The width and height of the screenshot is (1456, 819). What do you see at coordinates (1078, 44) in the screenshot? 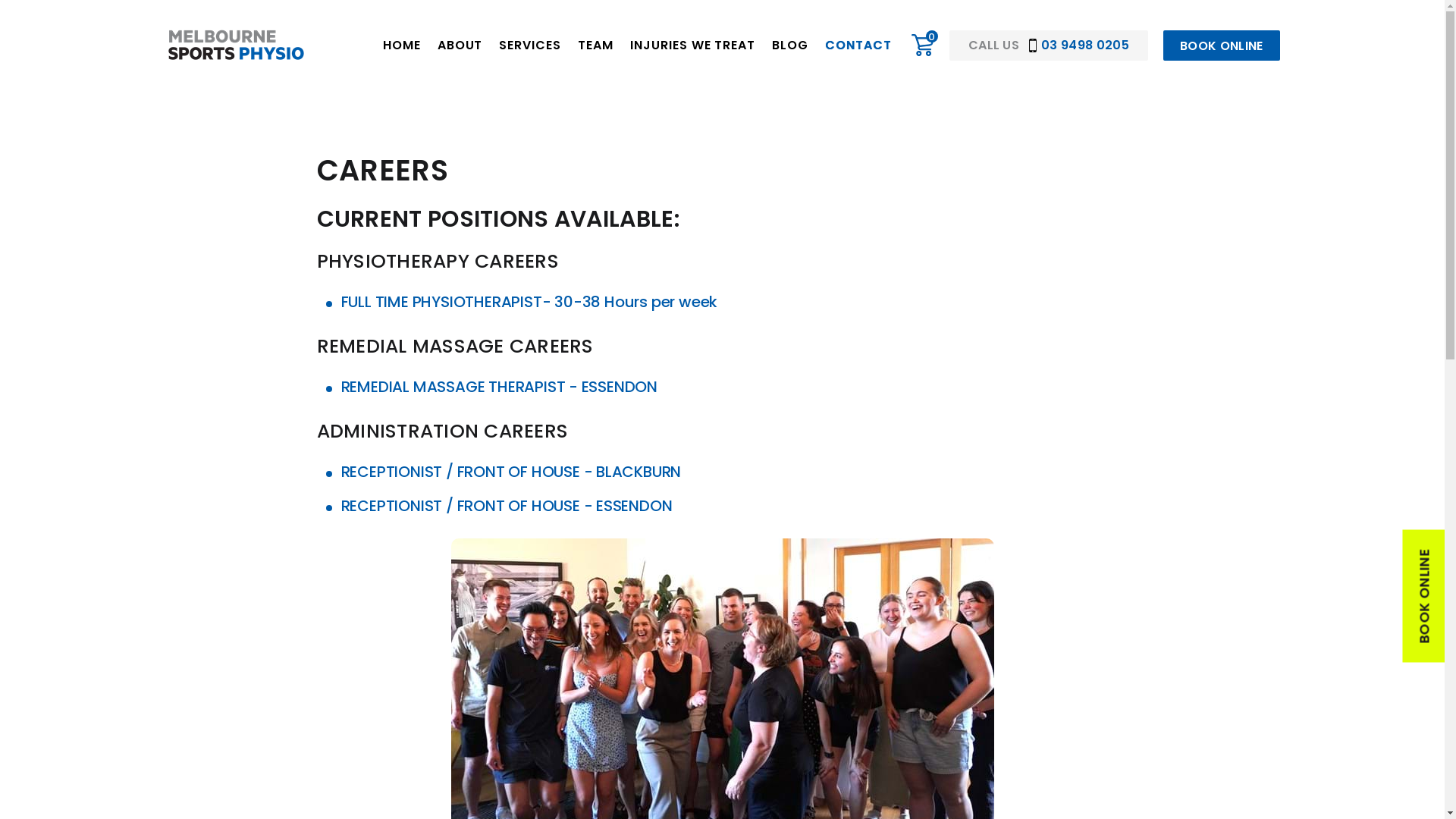
I see `'03 9498 0205'` at bounding box center [1078, 44].